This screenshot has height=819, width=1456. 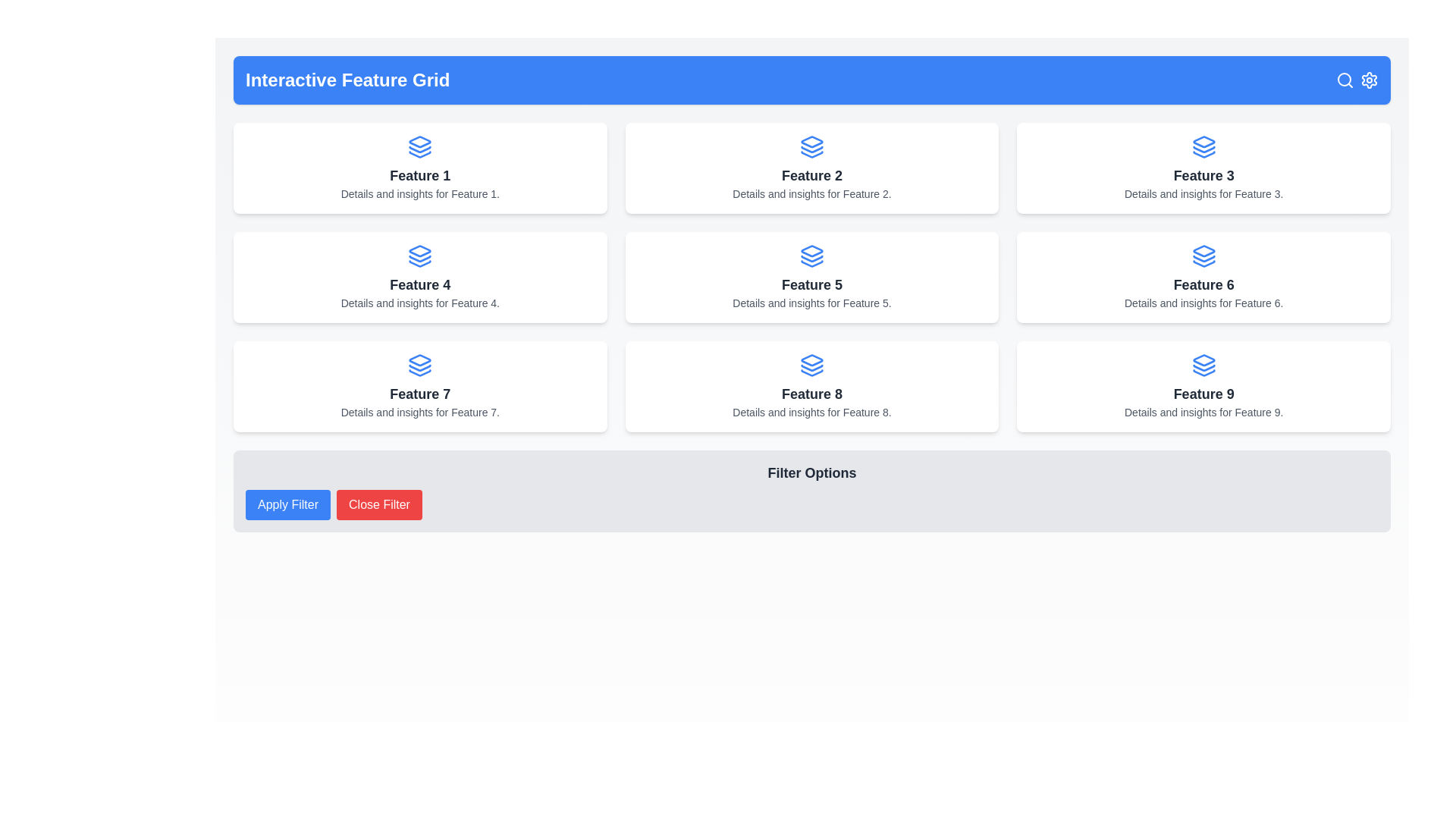 What do you see at coordinates (420, 278) in the screenshot?
I see `contents of the card titled 'Feature 4' which includes a bold title and descriptive text, located in the second row, first column of the grid layout` at bounding box center [420, 278].